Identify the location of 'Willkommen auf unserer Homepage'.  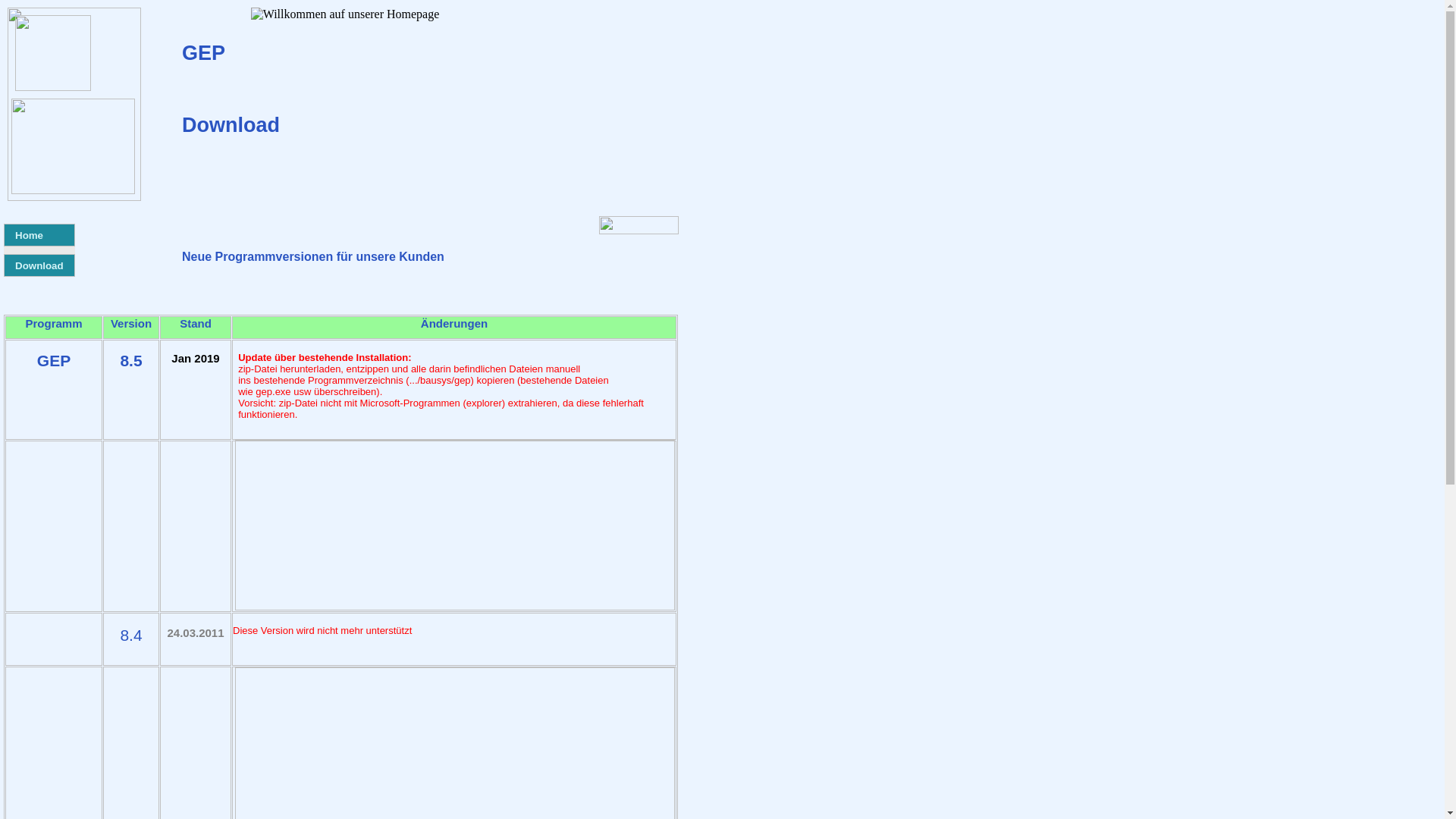
(344, 14).